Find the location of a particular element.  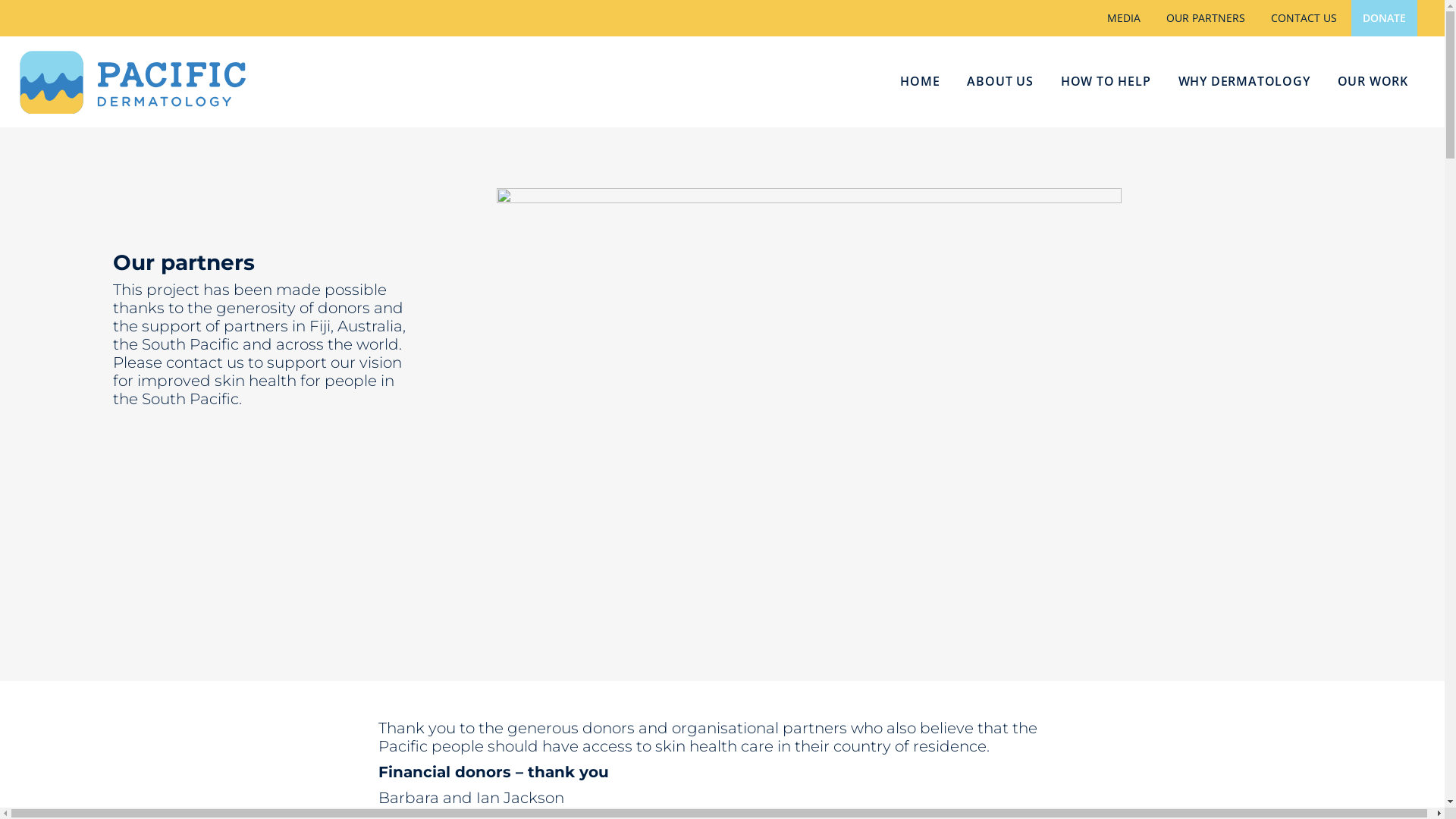

'DONATE' is located at coordinates (1384, 17).